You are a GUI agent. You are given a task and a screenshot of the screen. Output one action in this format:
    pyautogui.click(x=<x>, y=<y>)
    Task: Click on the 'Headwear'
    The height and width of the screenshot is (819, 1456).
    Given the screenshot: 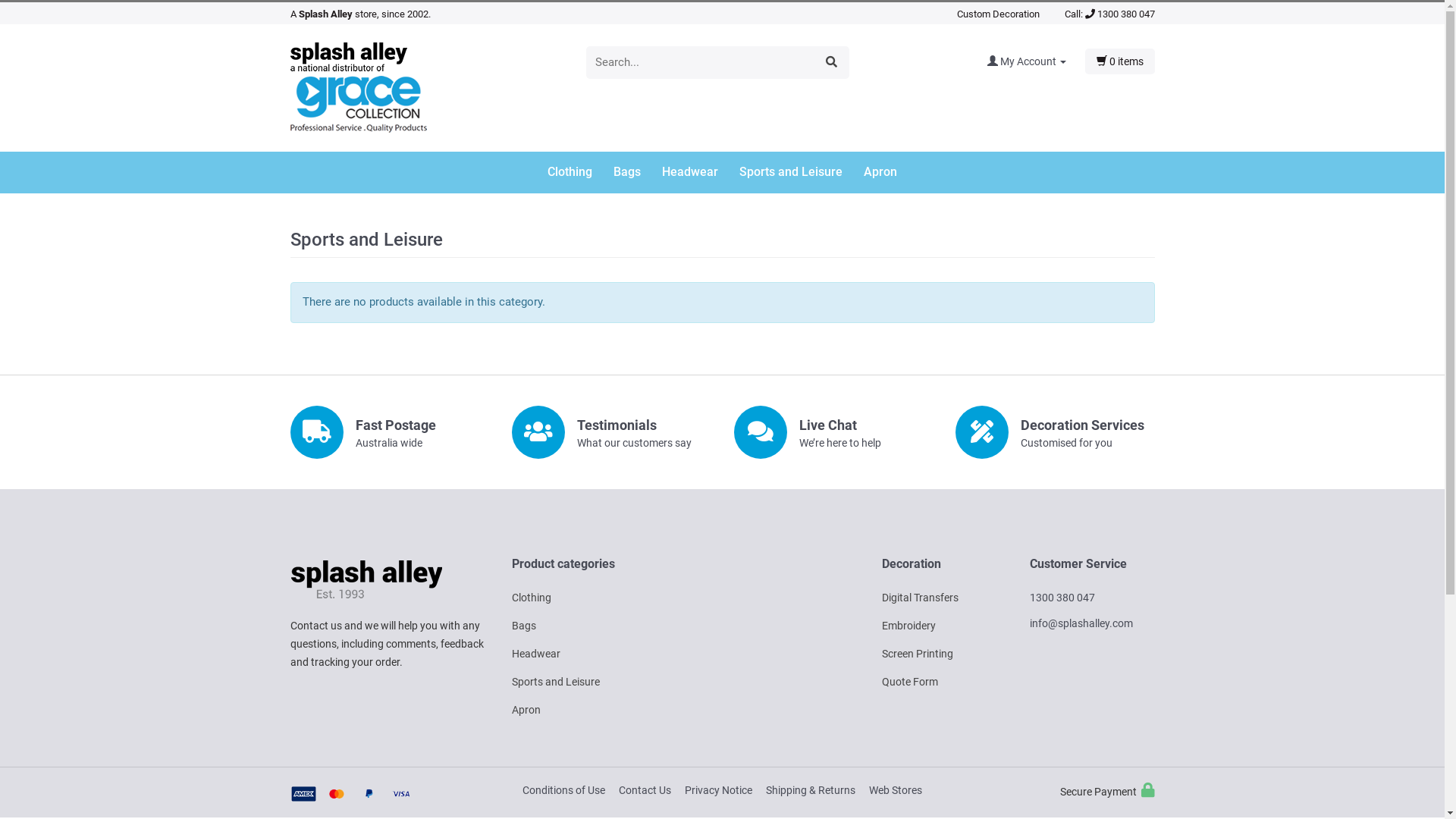 What is the action you would take?
    pyautogui.click(x=512, y=652)
    